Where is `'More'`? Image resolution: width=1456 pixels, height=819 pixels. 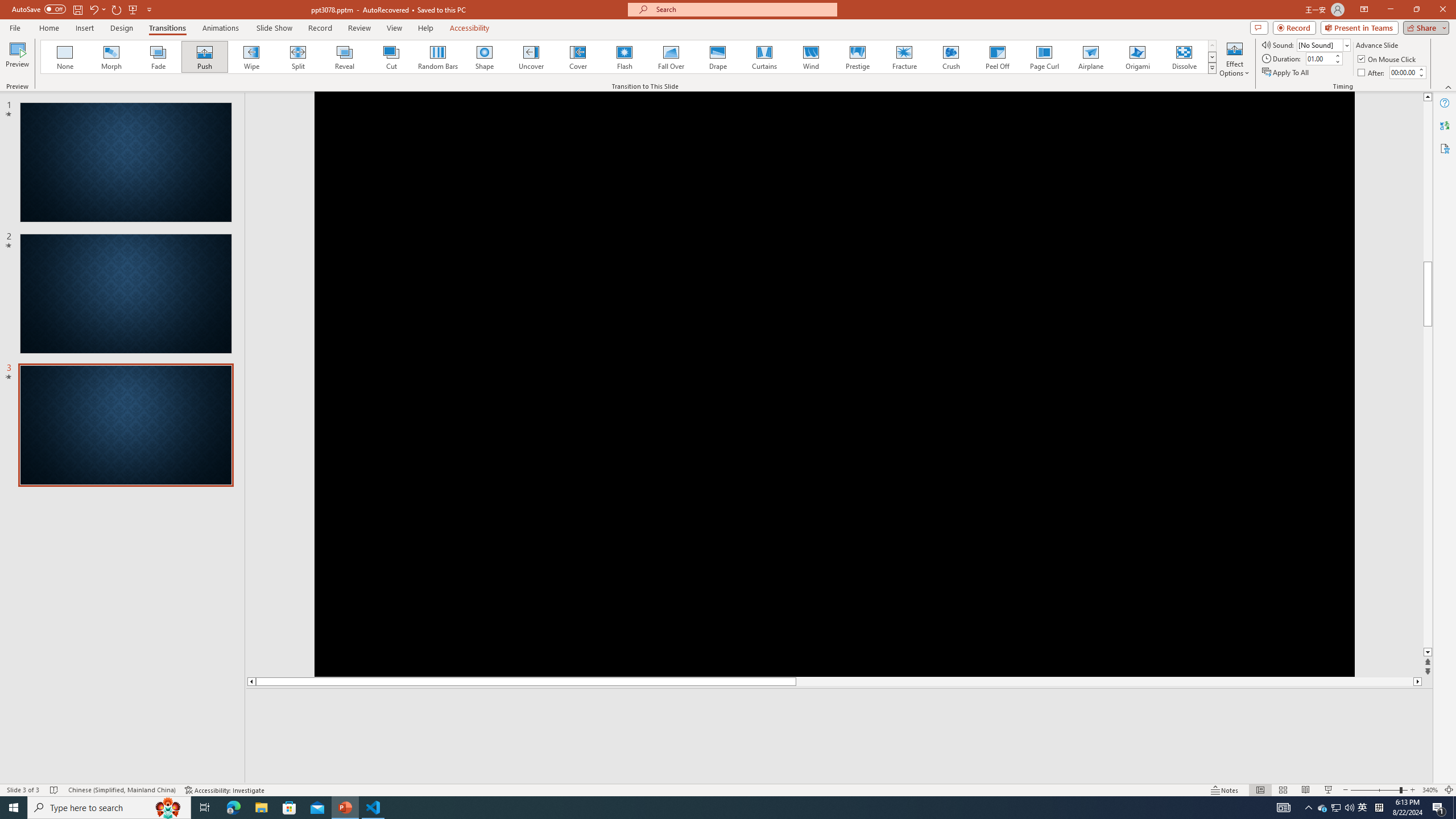
'More' is located at coordinates (1421, 68).